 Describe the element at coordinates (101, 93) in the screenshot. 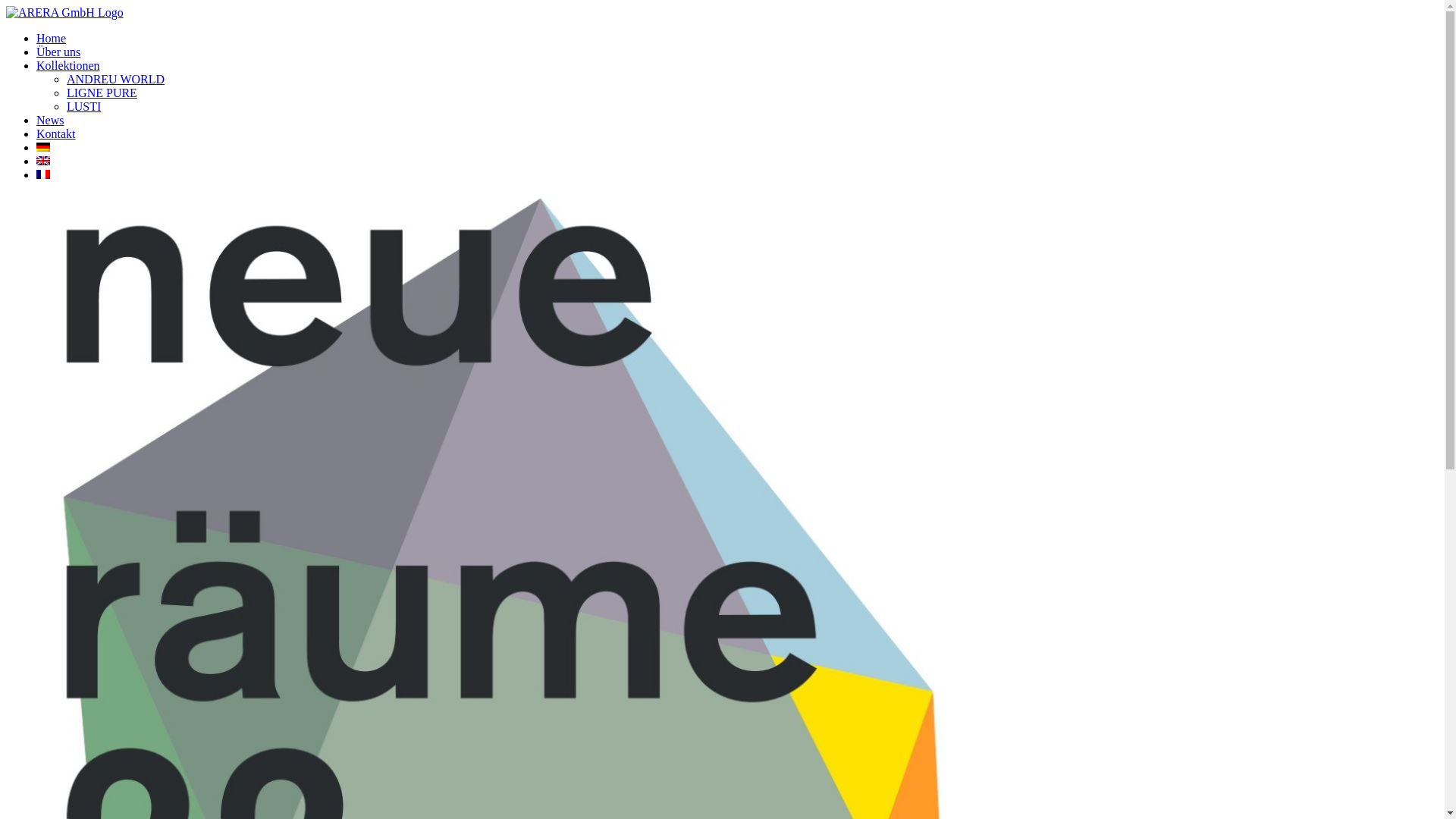

I see `'LIGNE PURE'` at that location.